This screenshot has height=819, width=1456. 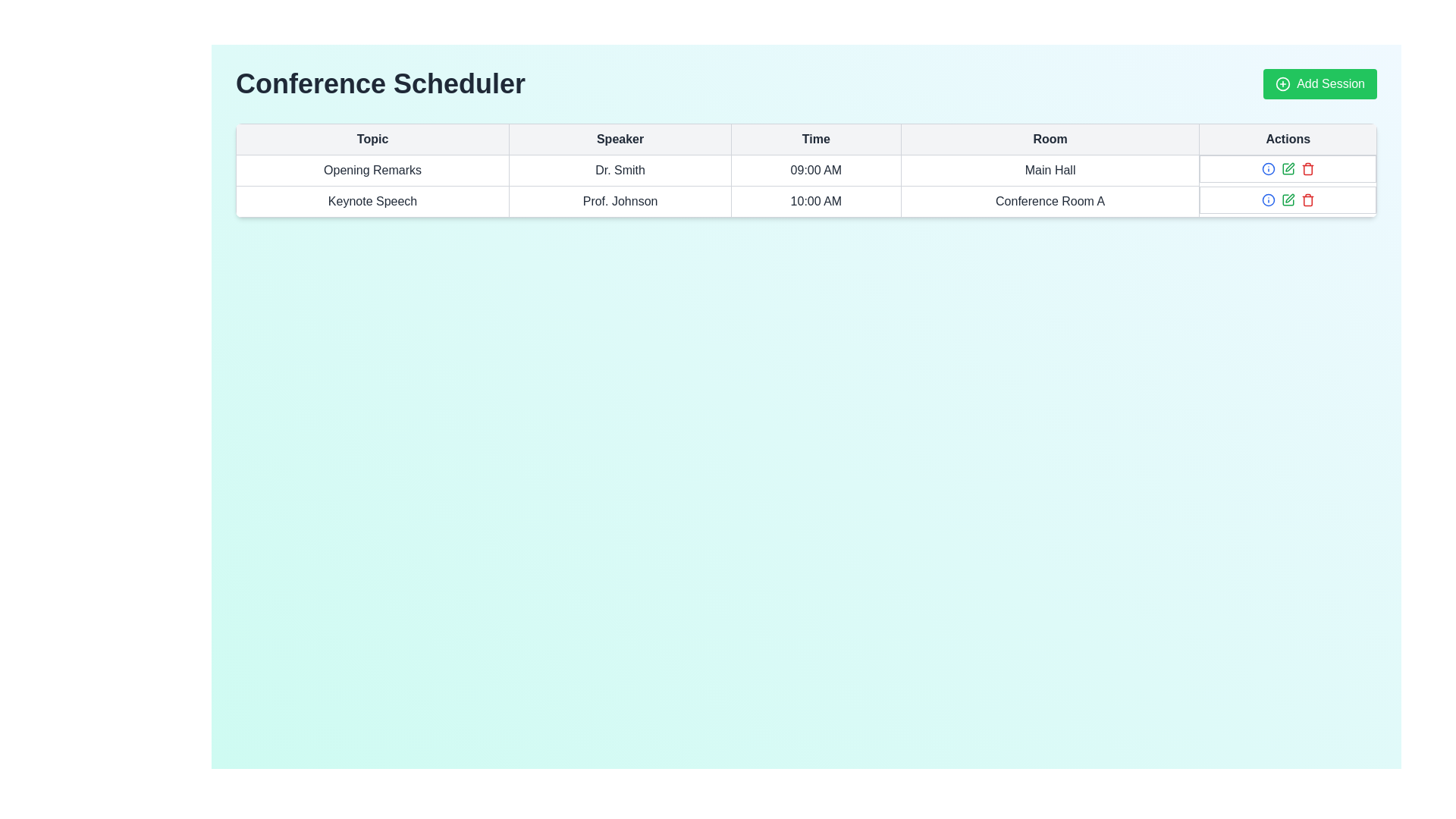 I want to click on the middle icon button for editing in the 'Actions' column of the 'Keynote Speech' entry located in 'Conference Room A', so click(x=1287, y=199).